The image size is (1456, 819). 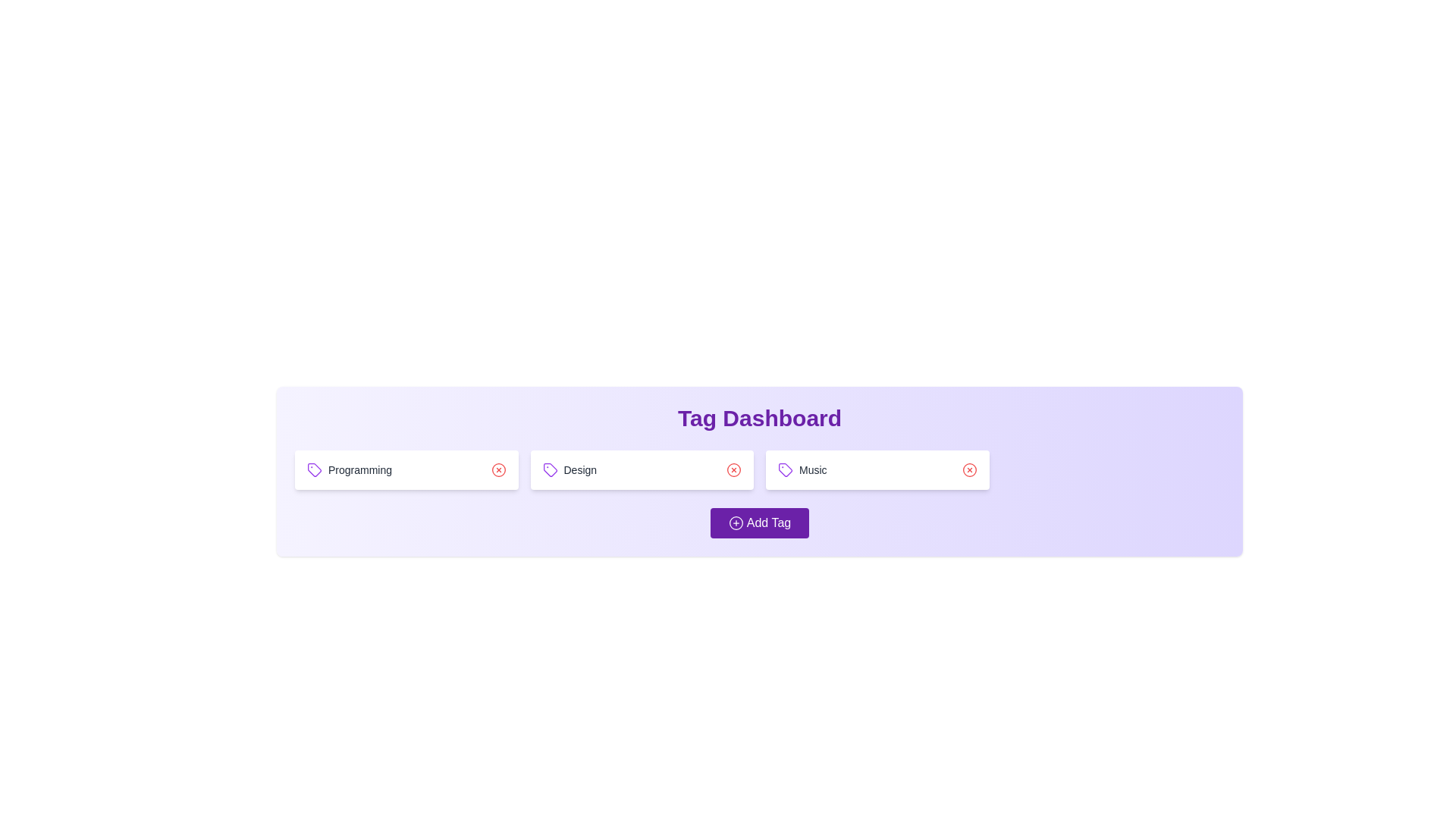 What do you see at coordinates (549, 469) in the screenshot?
I see `the purple outline tag icon located to the left of the 'Design' text label within the 'Design' card` at bounding box center [549, 469].